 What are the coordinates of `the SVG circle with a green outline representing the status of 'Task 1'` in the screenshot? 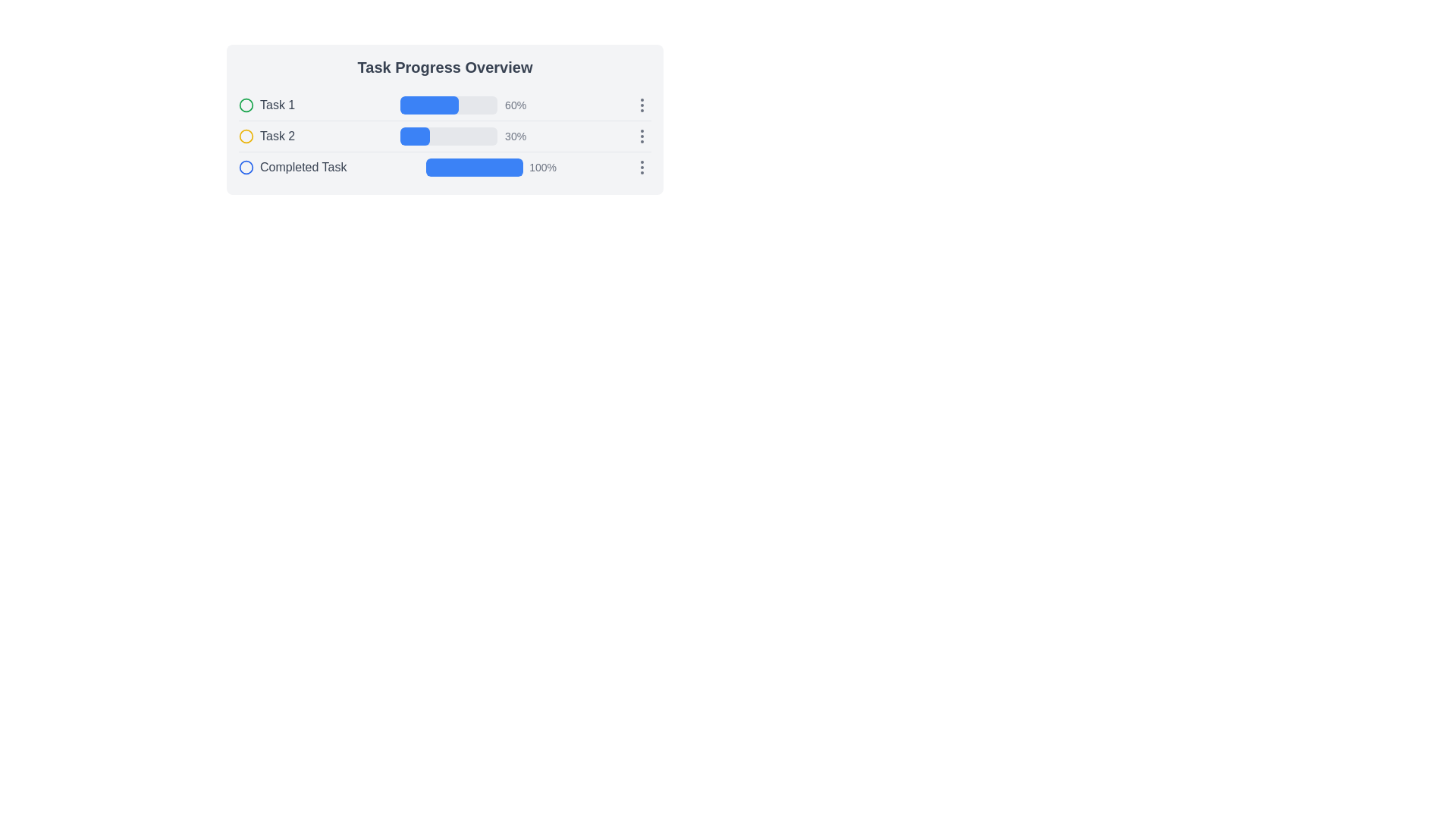 It's located at (246, 104).